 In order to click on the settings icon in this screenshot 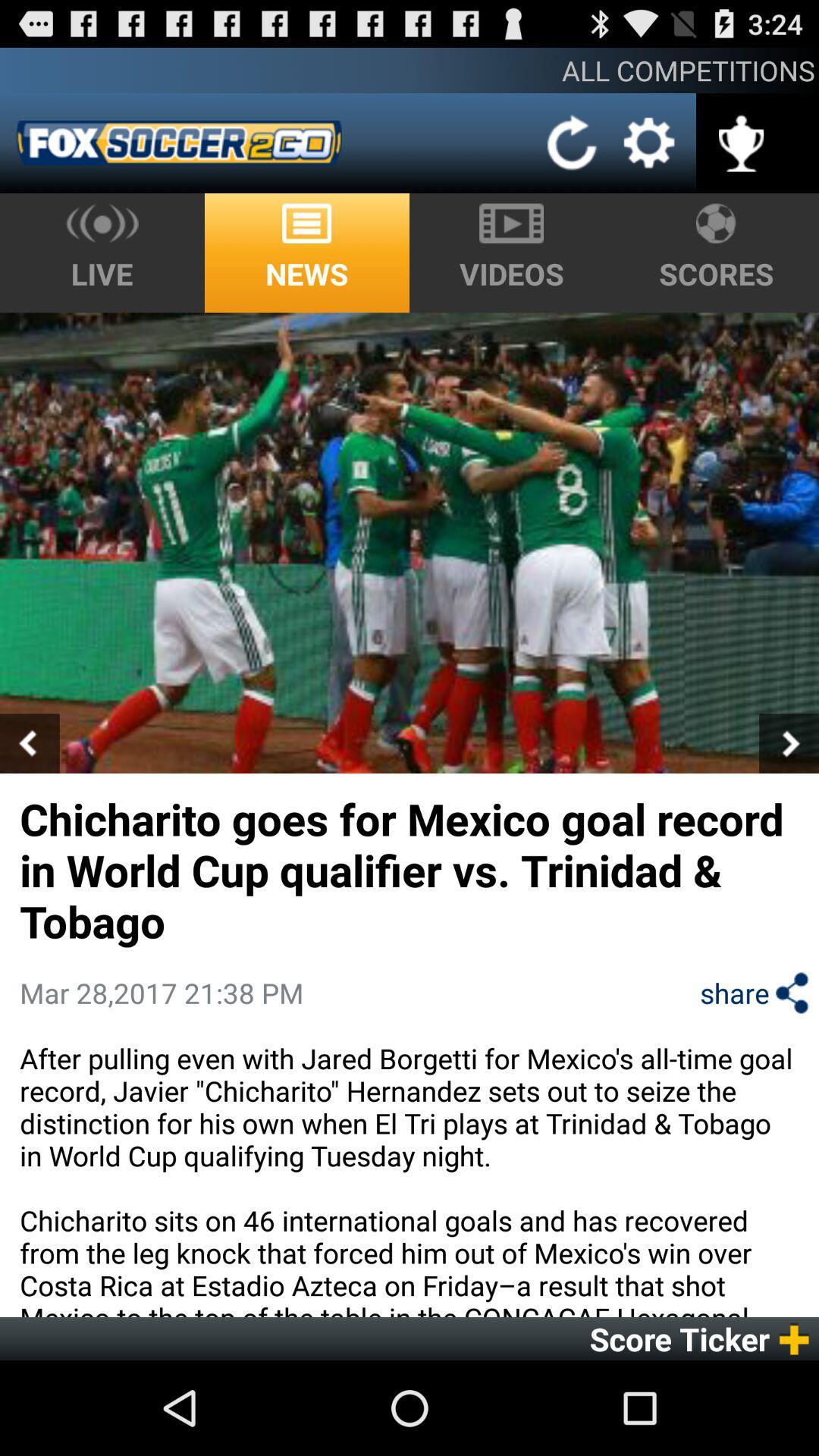, I will do `click(648, 152)`.